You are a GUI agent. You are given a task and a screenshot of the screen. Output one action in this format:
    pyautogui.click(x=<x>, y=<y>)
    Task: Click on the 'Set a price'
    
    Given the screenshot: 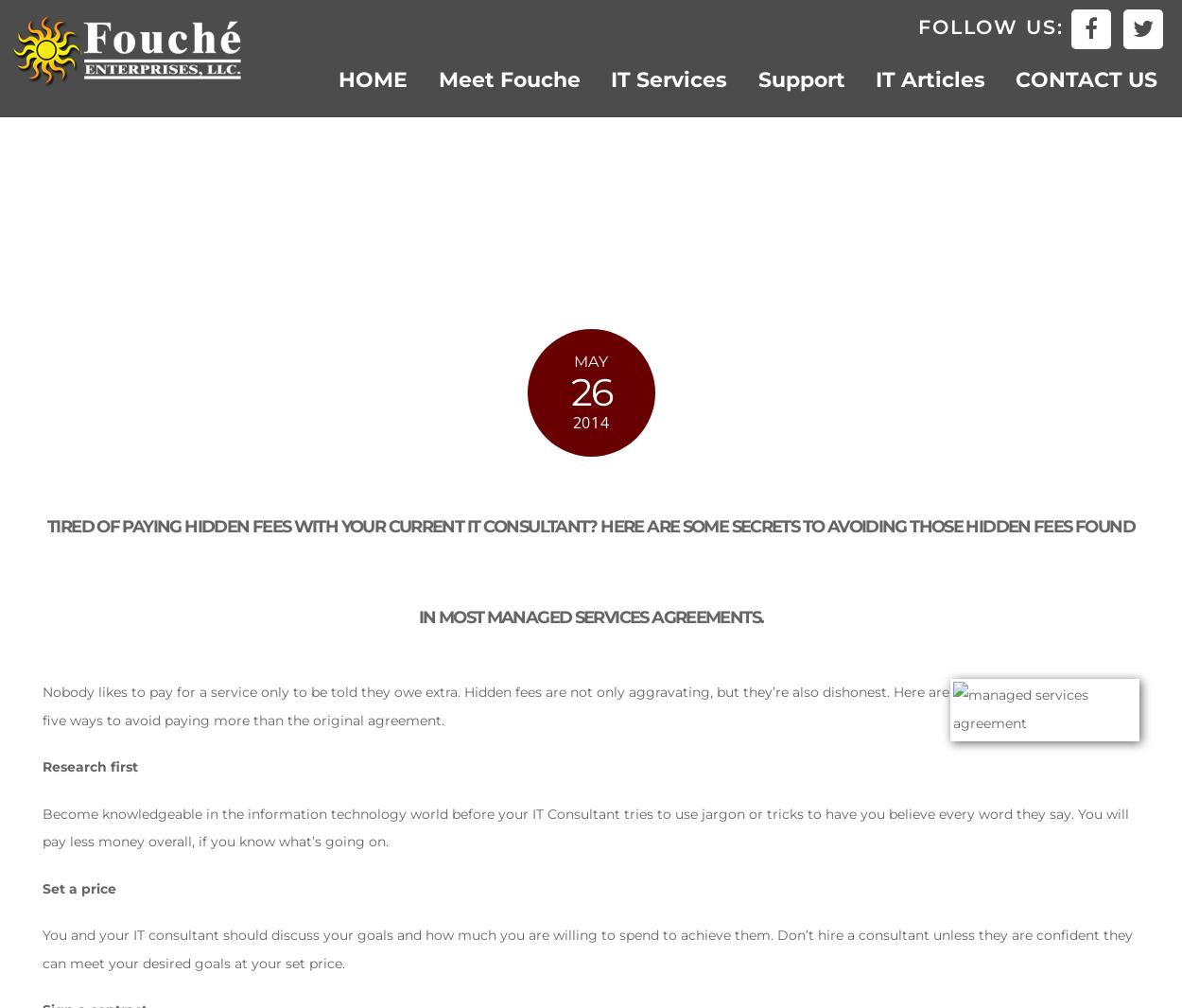 What is the action you would take?
    pyautogui.click(x=78, y=888)
    